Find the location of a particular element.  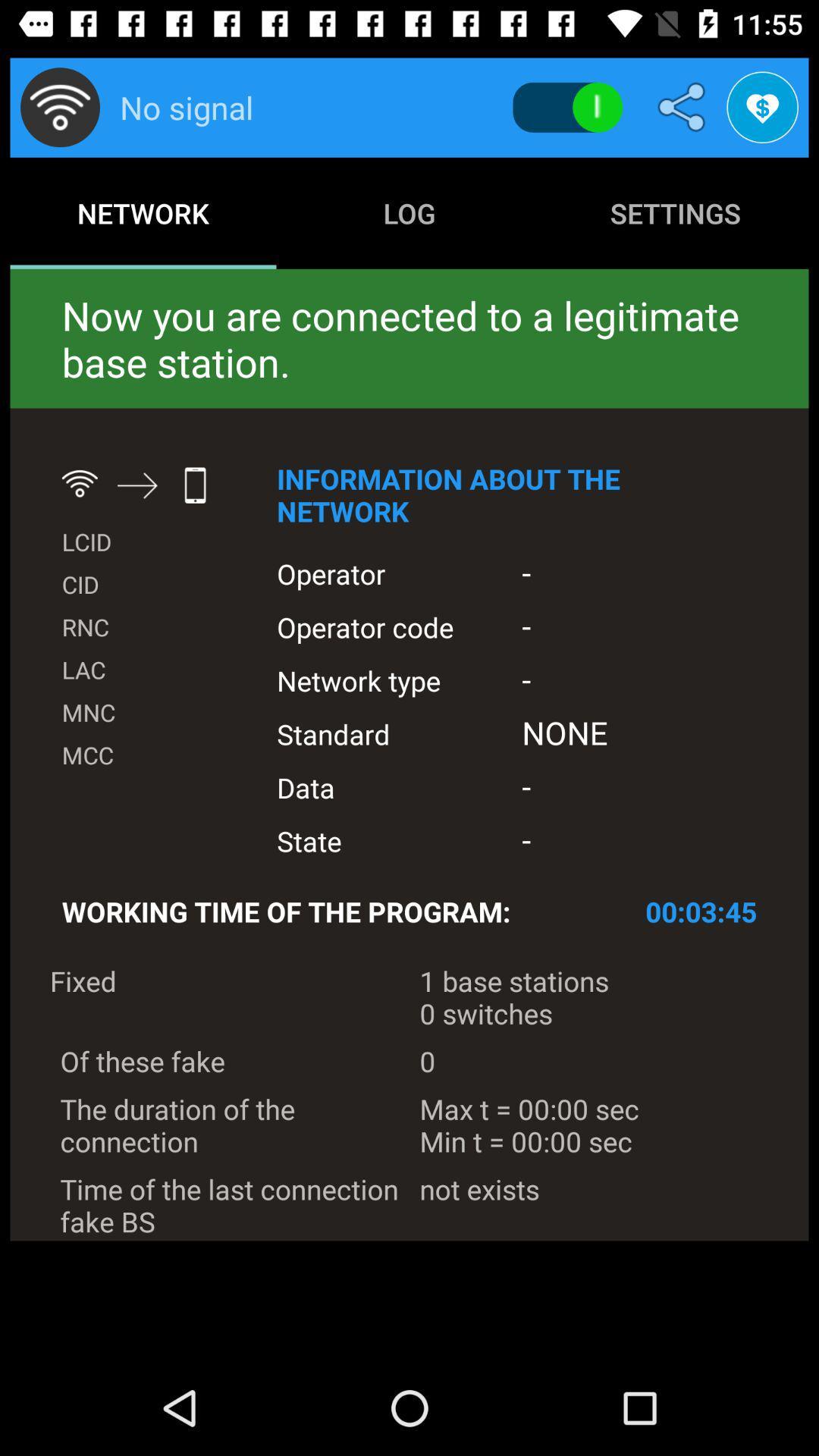

on/off is located at coordinates (567, 107).